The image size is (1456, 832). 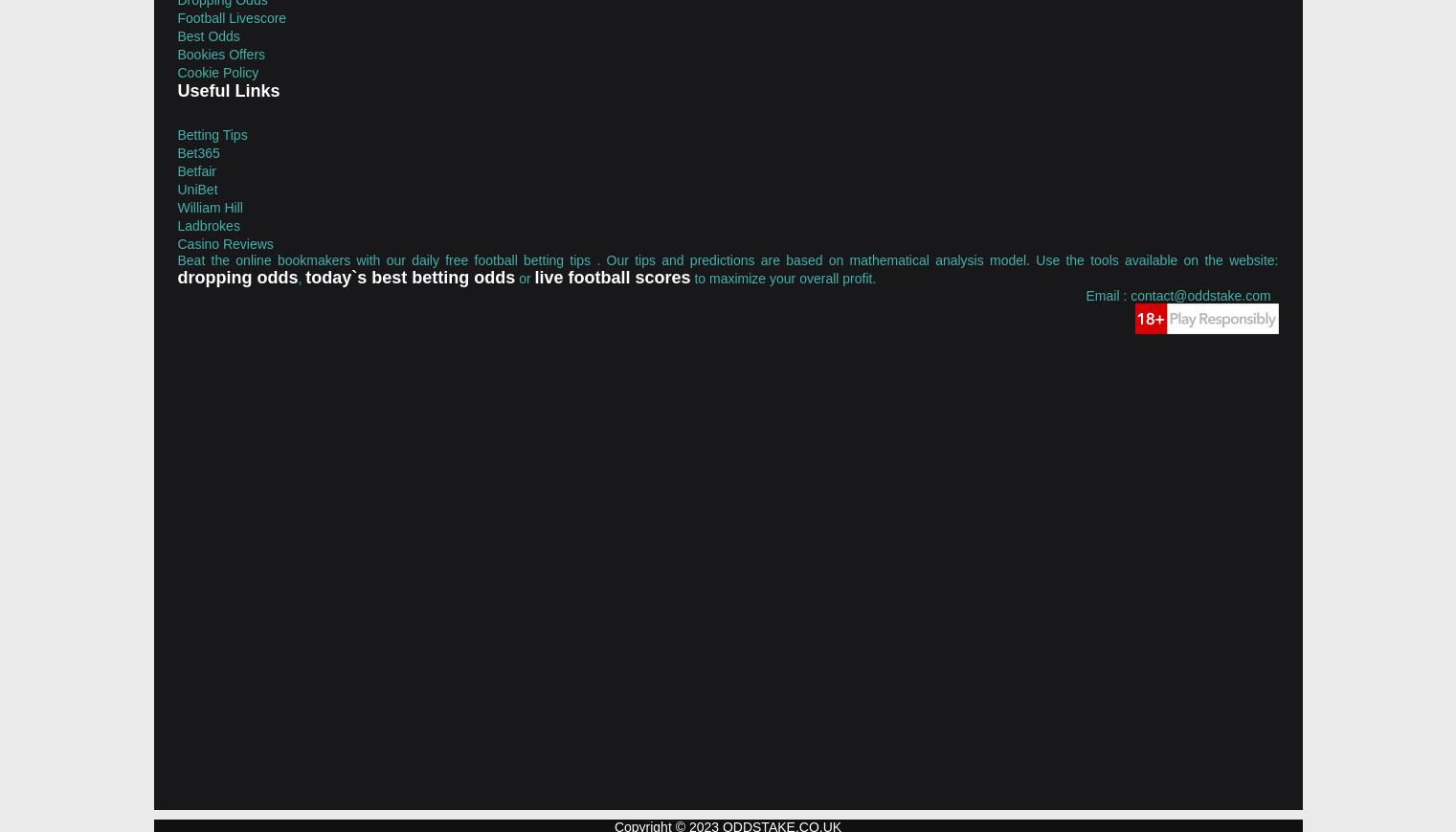 I want to click on 'Football Livescore', so click(x=230, y=15).